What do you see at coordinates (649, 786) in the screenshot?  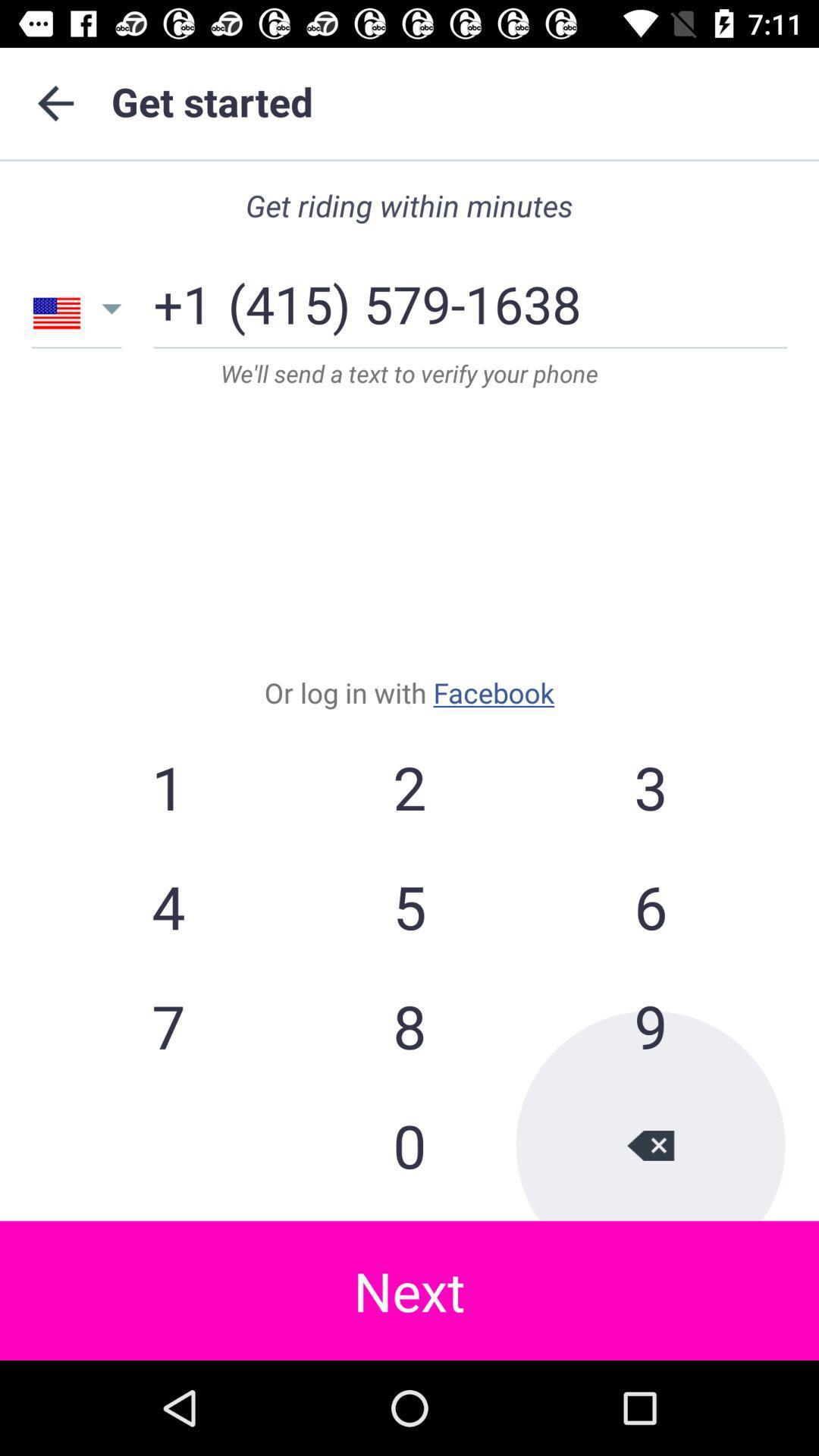 I see `item above 5` at bounding box center [649, 786].